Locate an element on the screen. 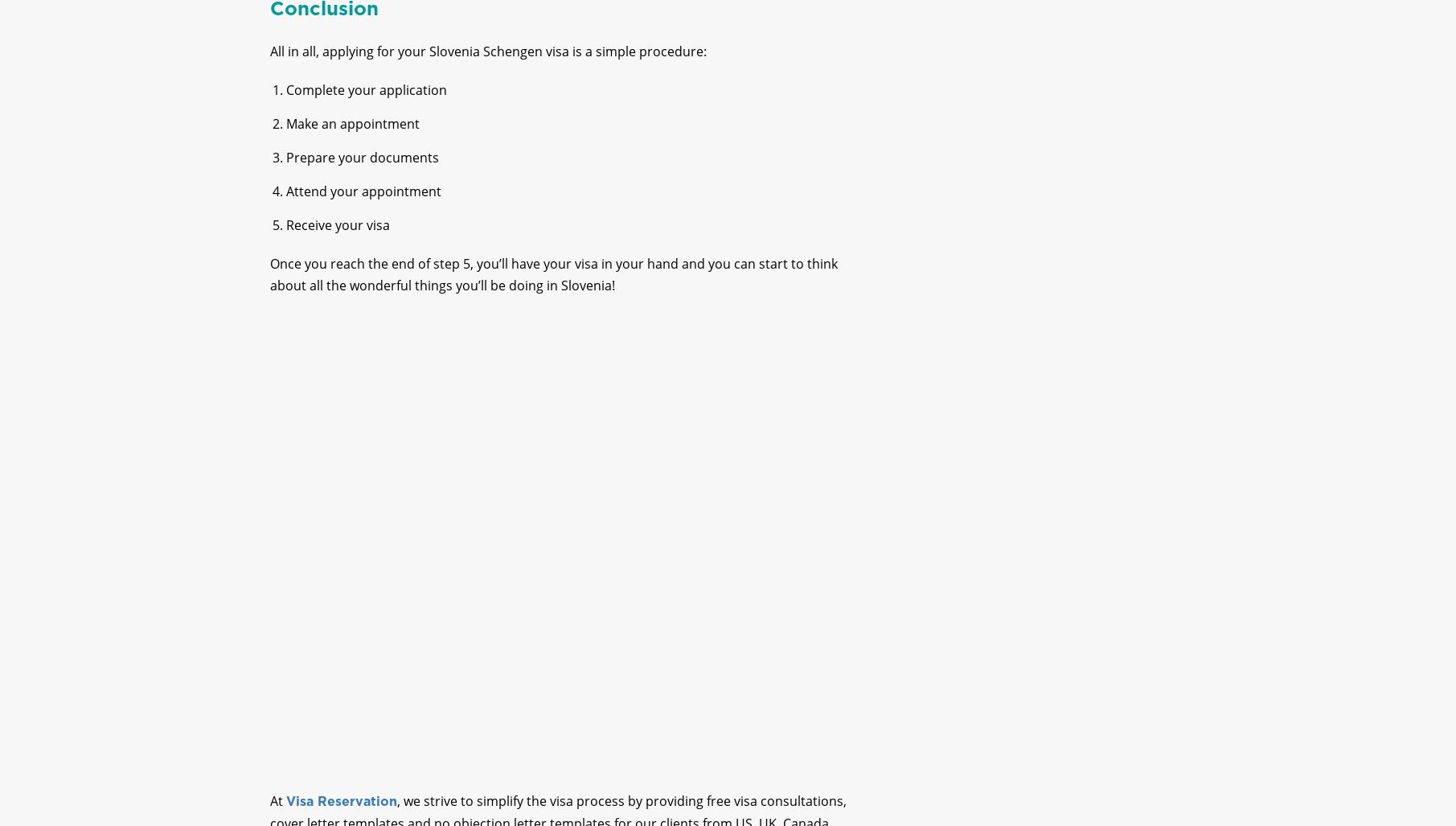 This screenshot has height=826, width=1456. 'Complete your application' is located at coordinates (365, 102).